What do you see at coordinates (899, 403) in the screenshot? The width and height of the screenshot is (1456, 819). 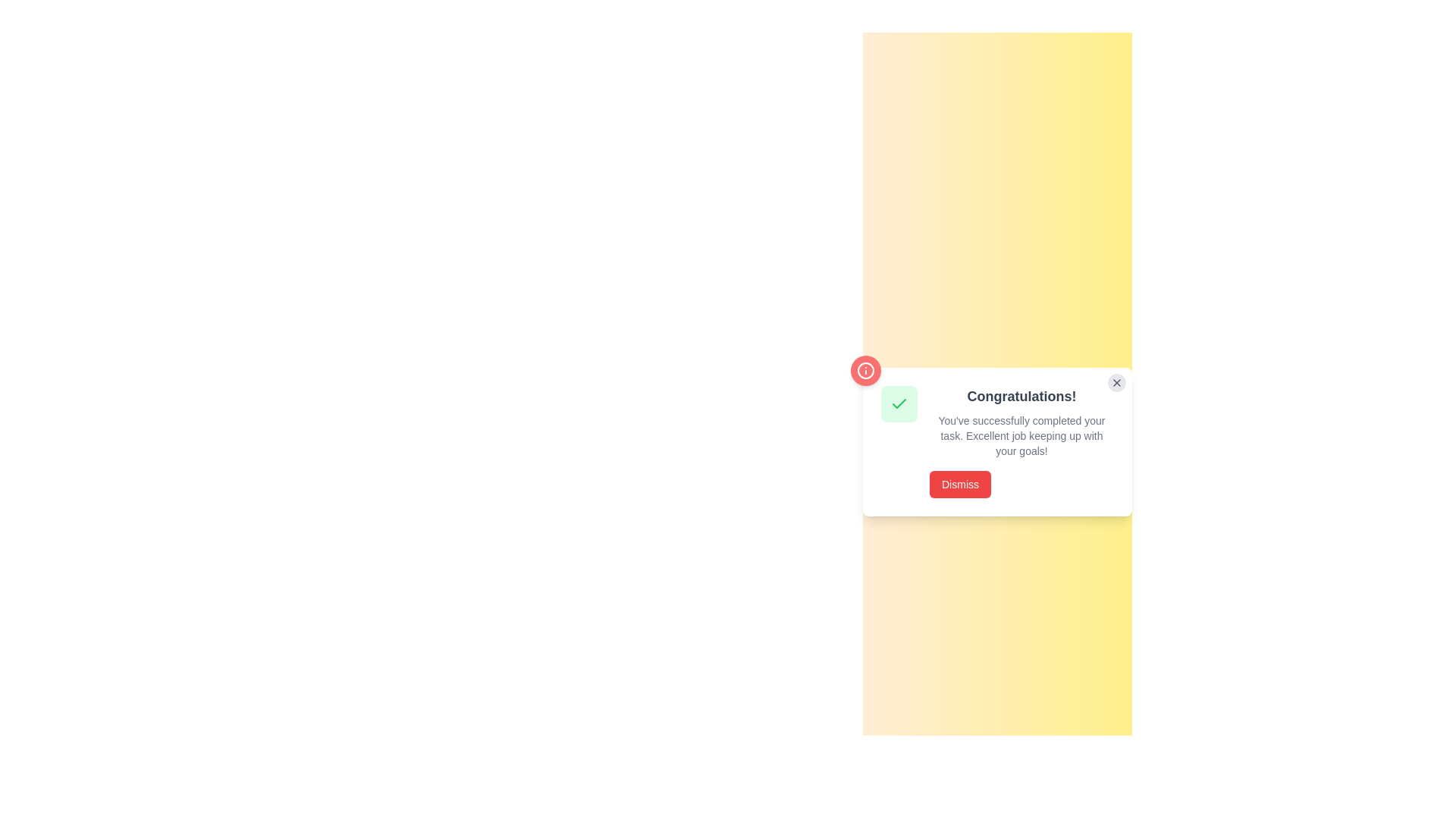 I see `the state of the green checkmark icon within the light green circular background, located at the top-left corner of the notification card, above the title text 'Congratulations!'` at bounding box center [899, 403].